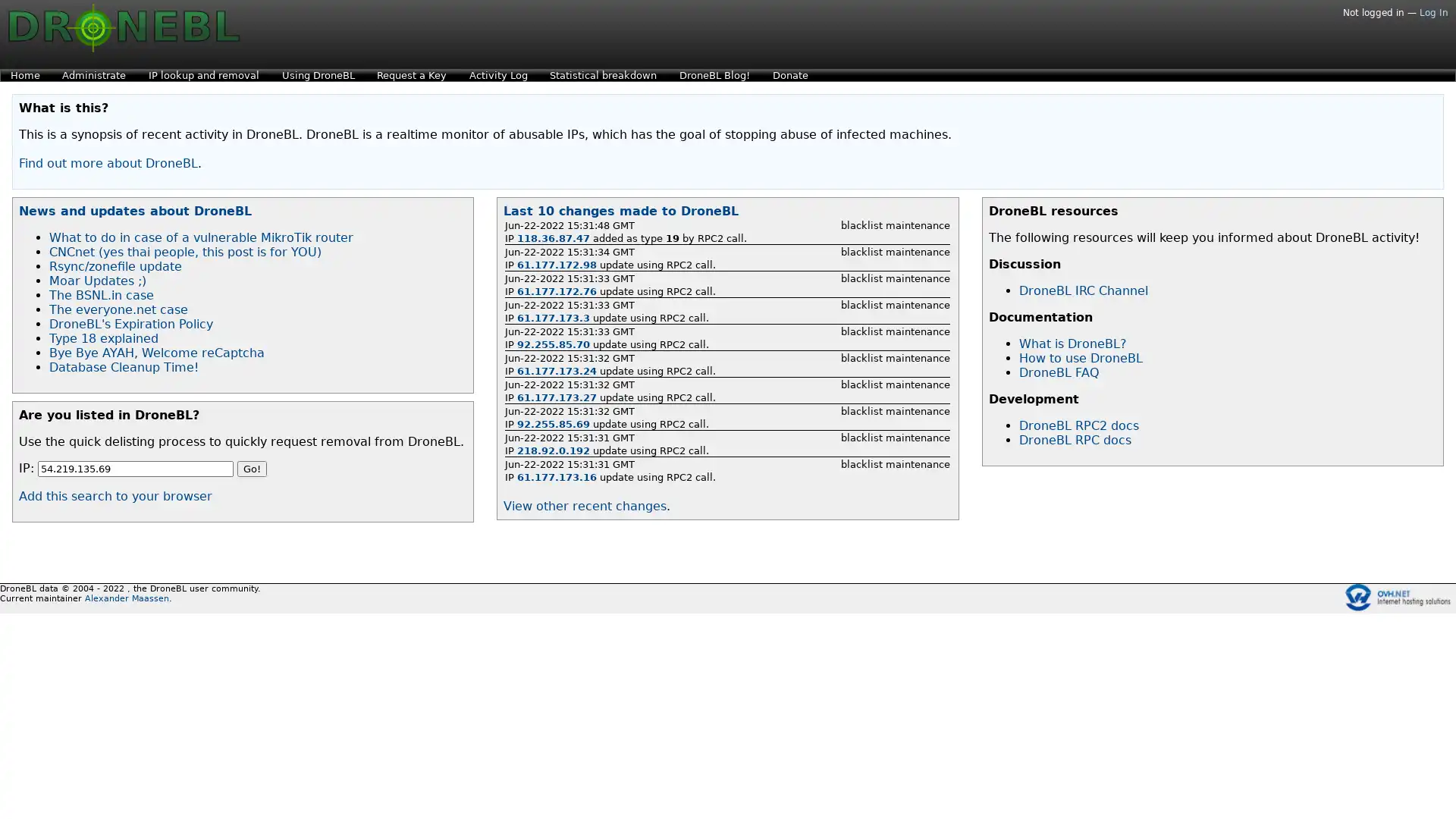 The image size is (1456, 819). What do you see at coordinates (252, 468) in the screenshot?
I see `Go!` at bounding box center [252, 468].